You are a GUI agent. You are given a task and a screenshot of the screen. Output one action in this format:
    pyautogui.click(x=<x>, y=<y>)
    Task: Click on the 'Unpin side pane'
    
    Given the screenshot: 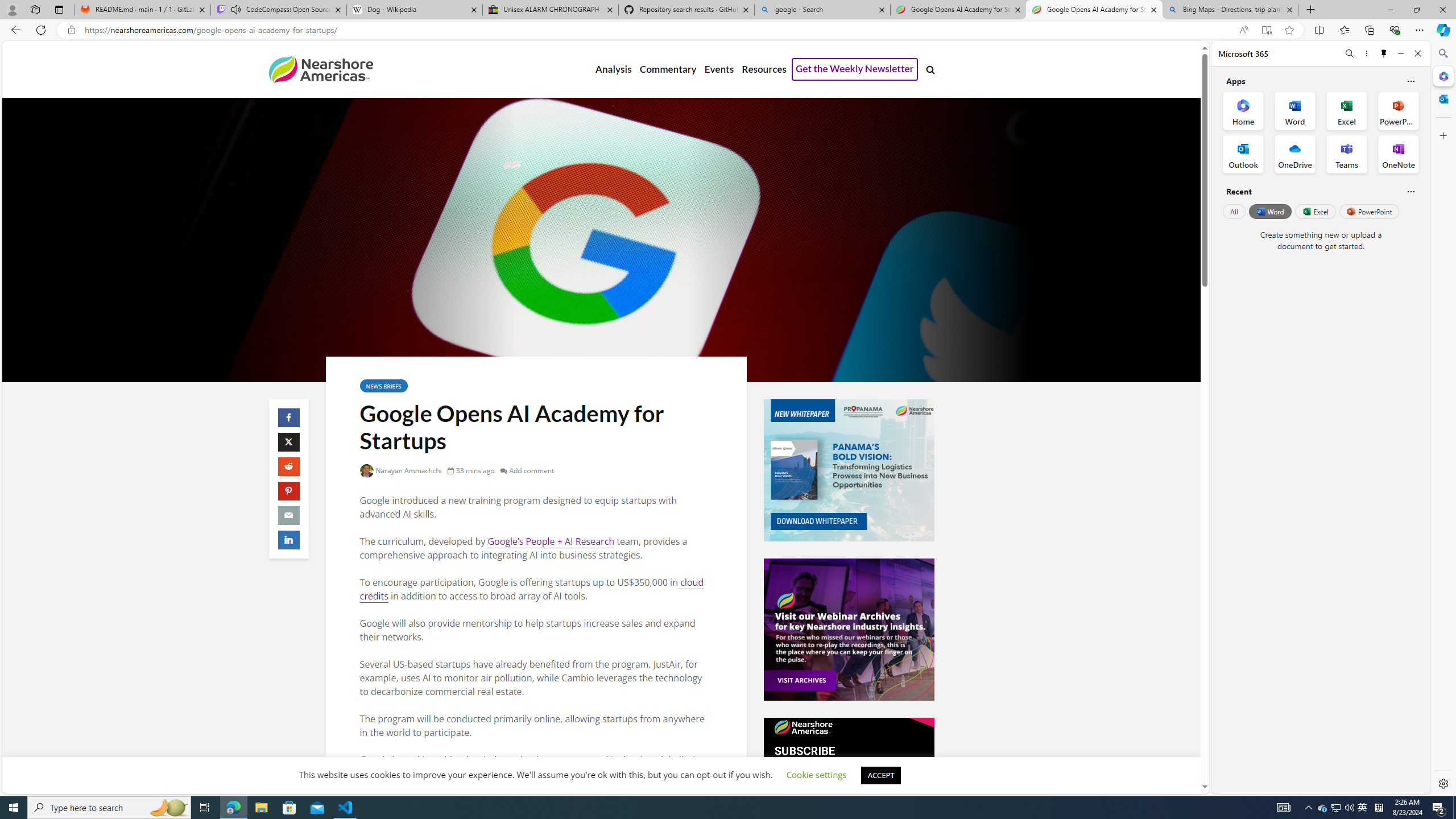 What is the action you would take?
    pyautogui.click(x=1384, y=53)
    